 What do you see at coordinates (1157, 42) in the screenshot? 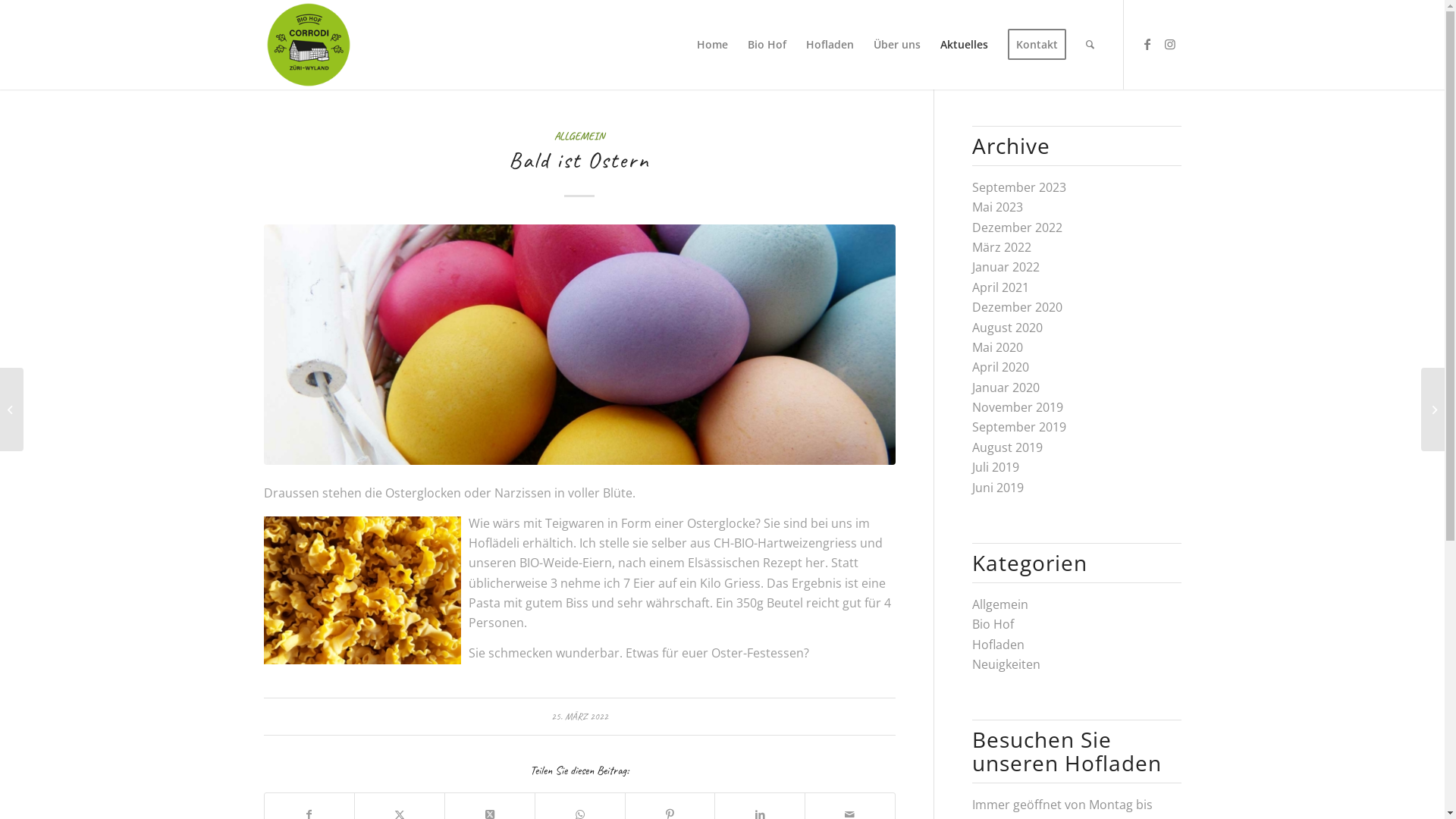
I see `'Instagram'` at bounding box center [1157, 42].